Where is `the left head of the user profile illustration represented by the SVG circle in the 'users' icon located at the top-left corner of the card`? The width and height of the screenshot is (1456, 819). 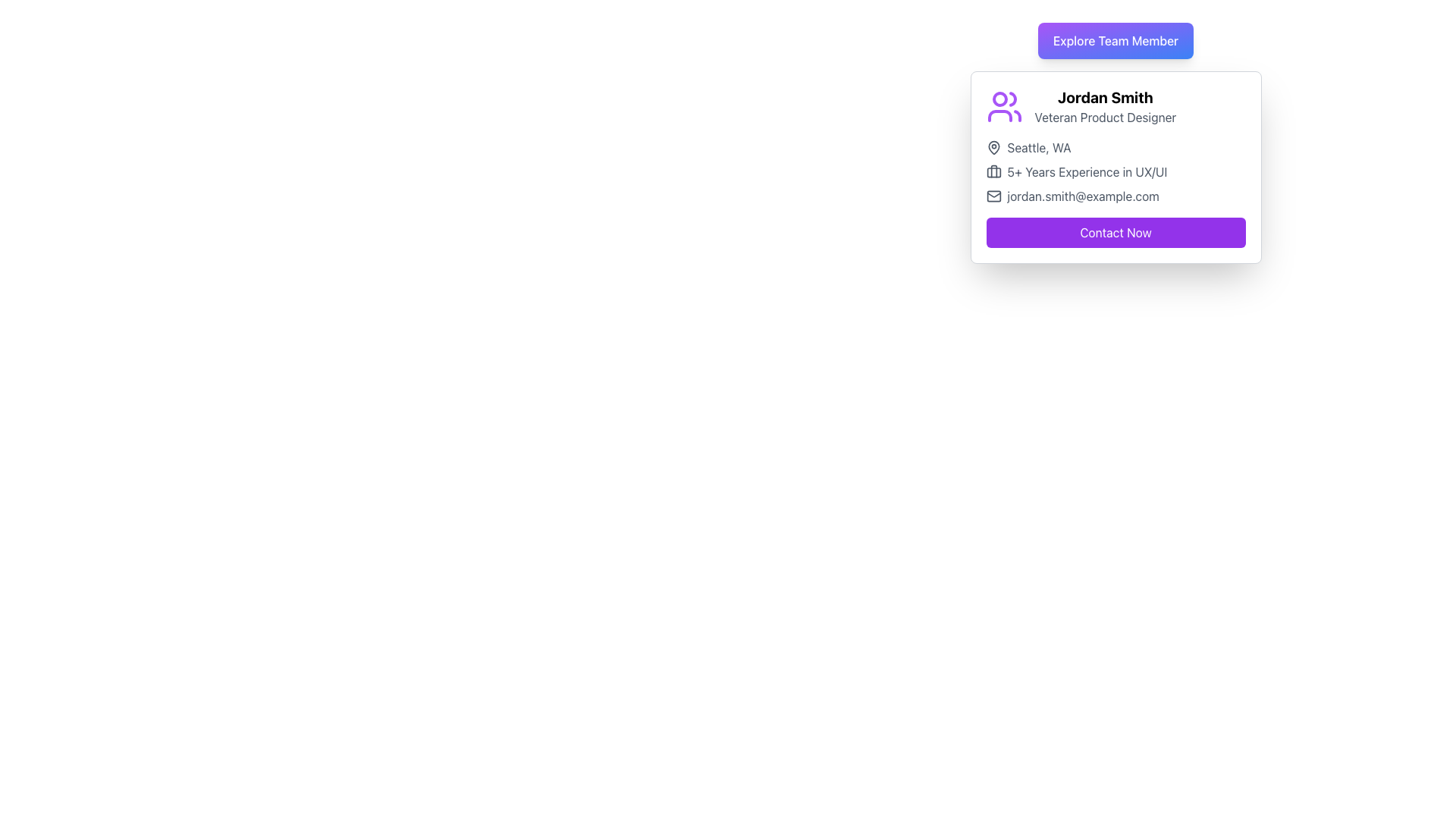 the left head of the user profile illustration represented by the SVG circle in the 'users' icon located at the top-left corner of the card is located at coordinates (999, 99).